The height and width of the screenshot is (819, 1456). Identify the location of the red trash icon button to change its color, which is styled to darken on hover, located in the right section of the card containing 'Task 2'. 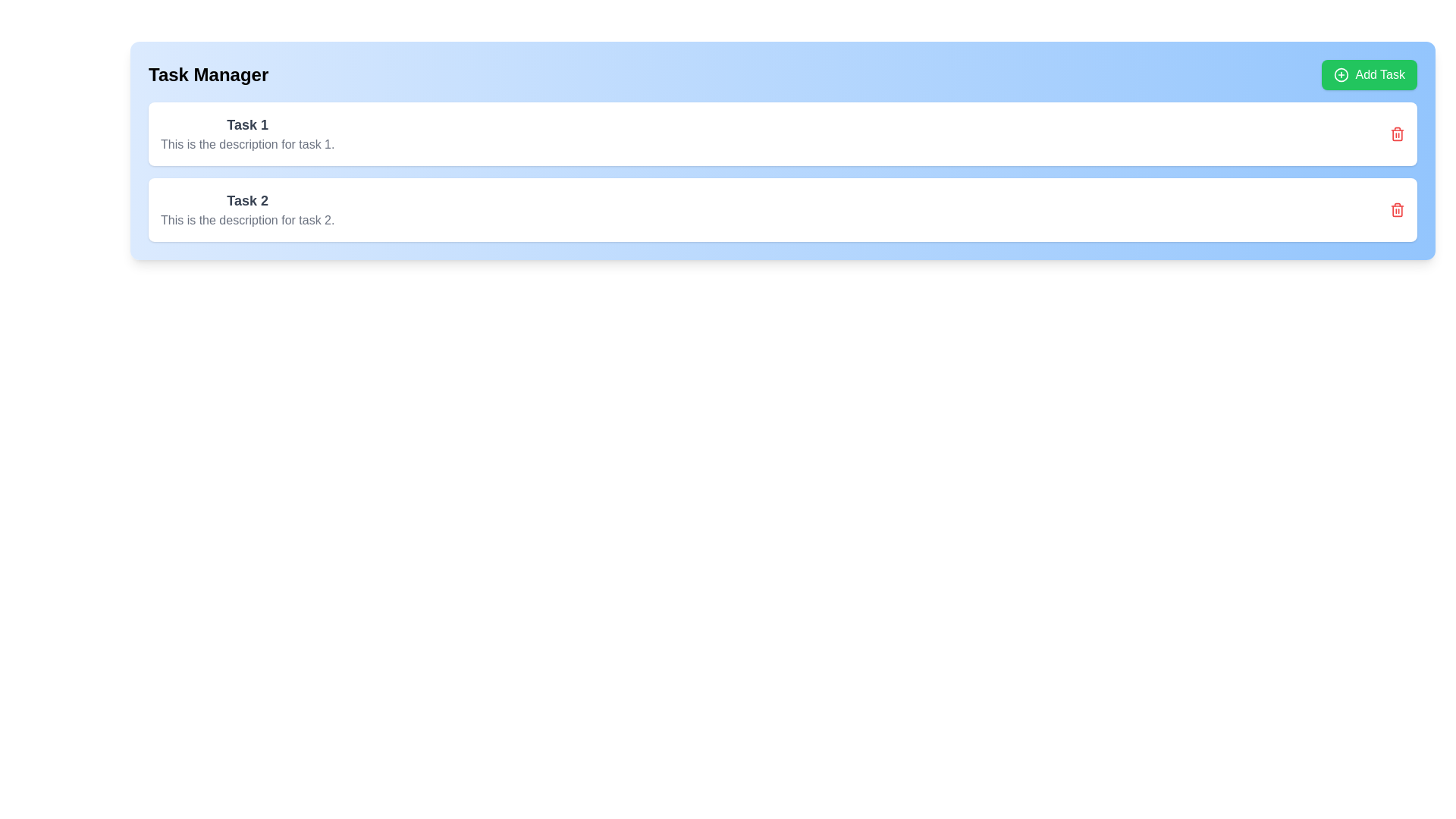
(1397, 210).